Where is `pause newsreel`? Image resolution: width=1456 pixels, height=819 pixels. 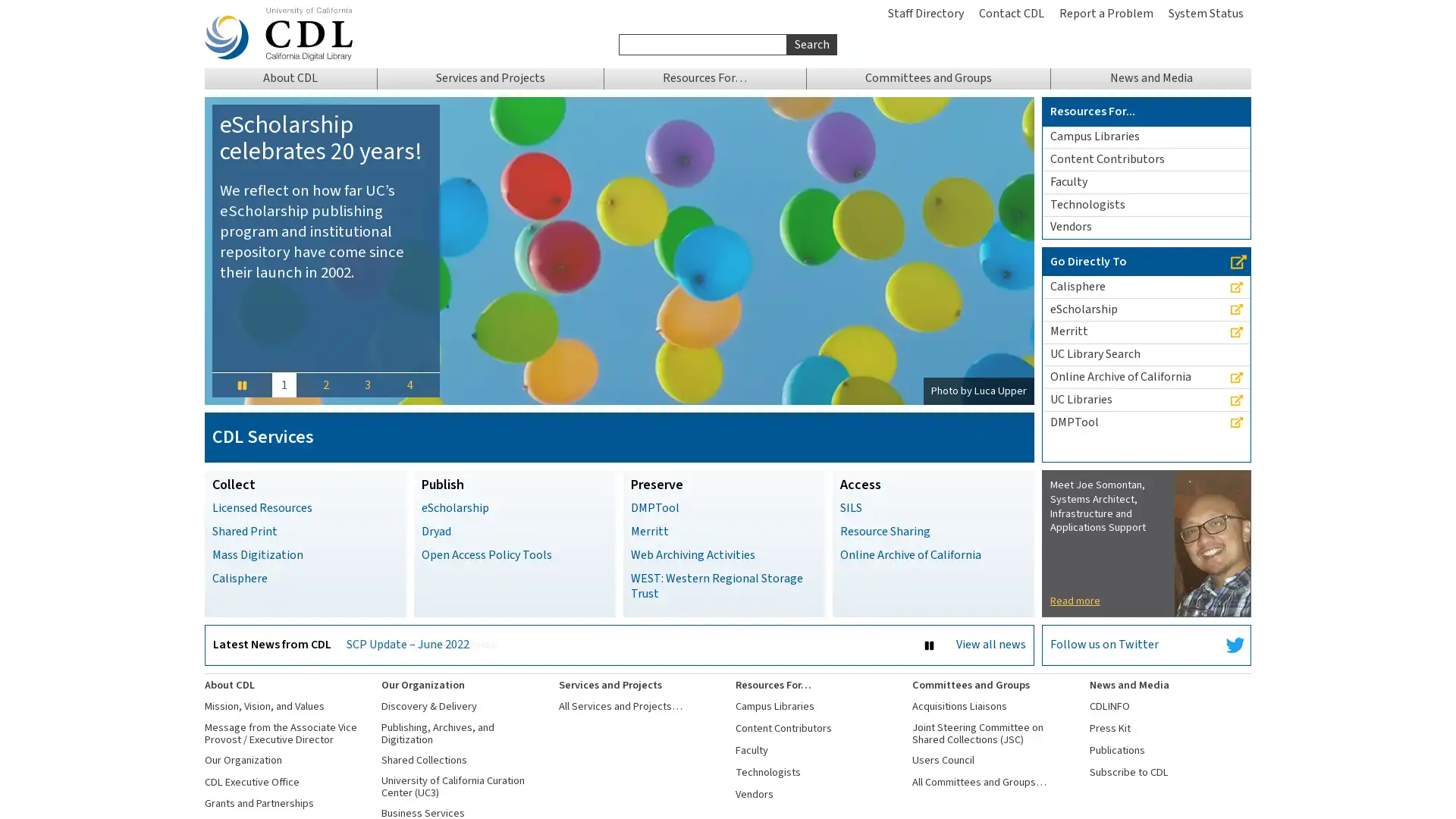
pause newsreel is located at coordinates (927, 645).